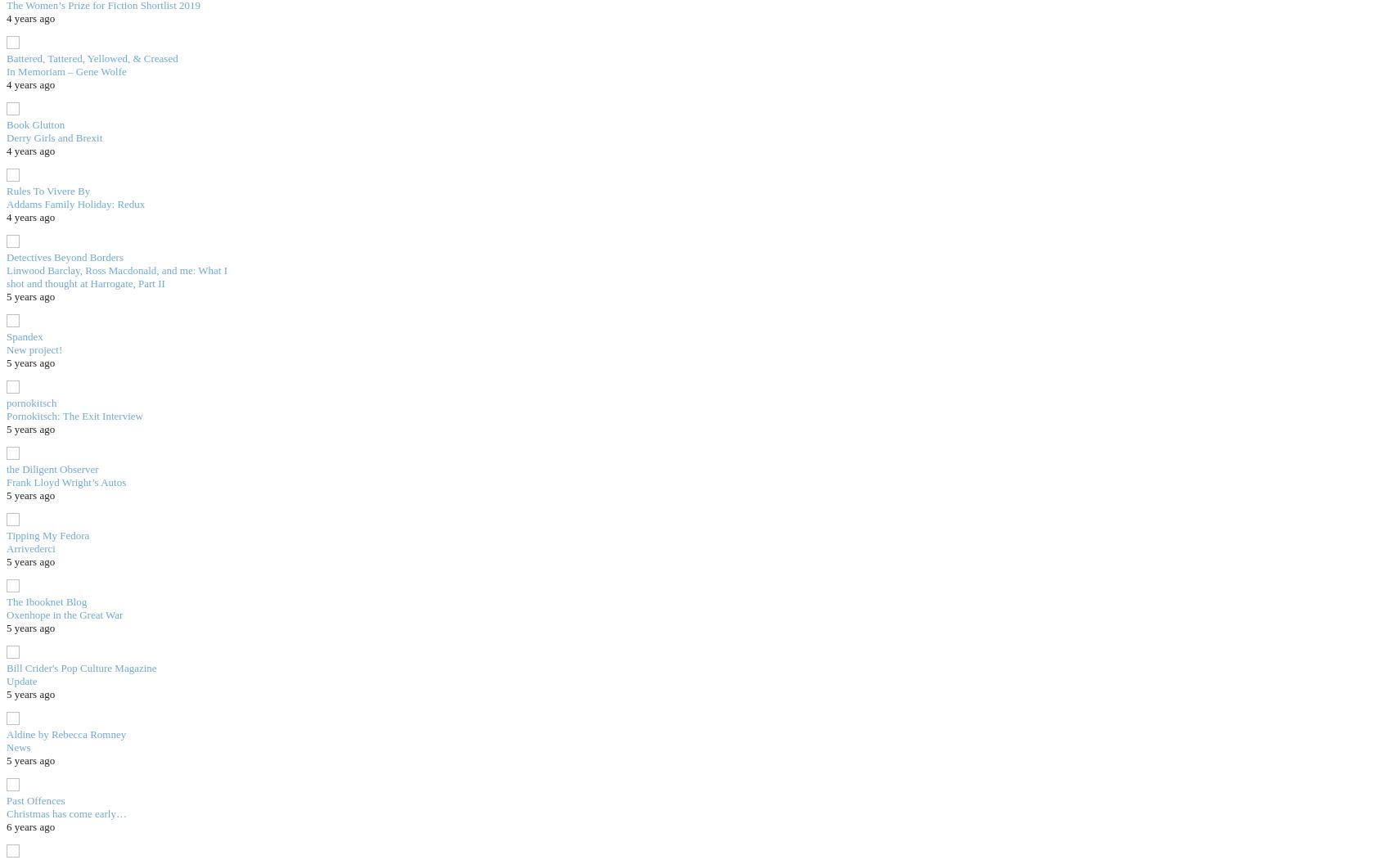 Image resolution: width=1400 pixels, height=860 pixels. Describe the element at coordinates (23, 335) in the screenshot. I see `'Spandex'` at that location.